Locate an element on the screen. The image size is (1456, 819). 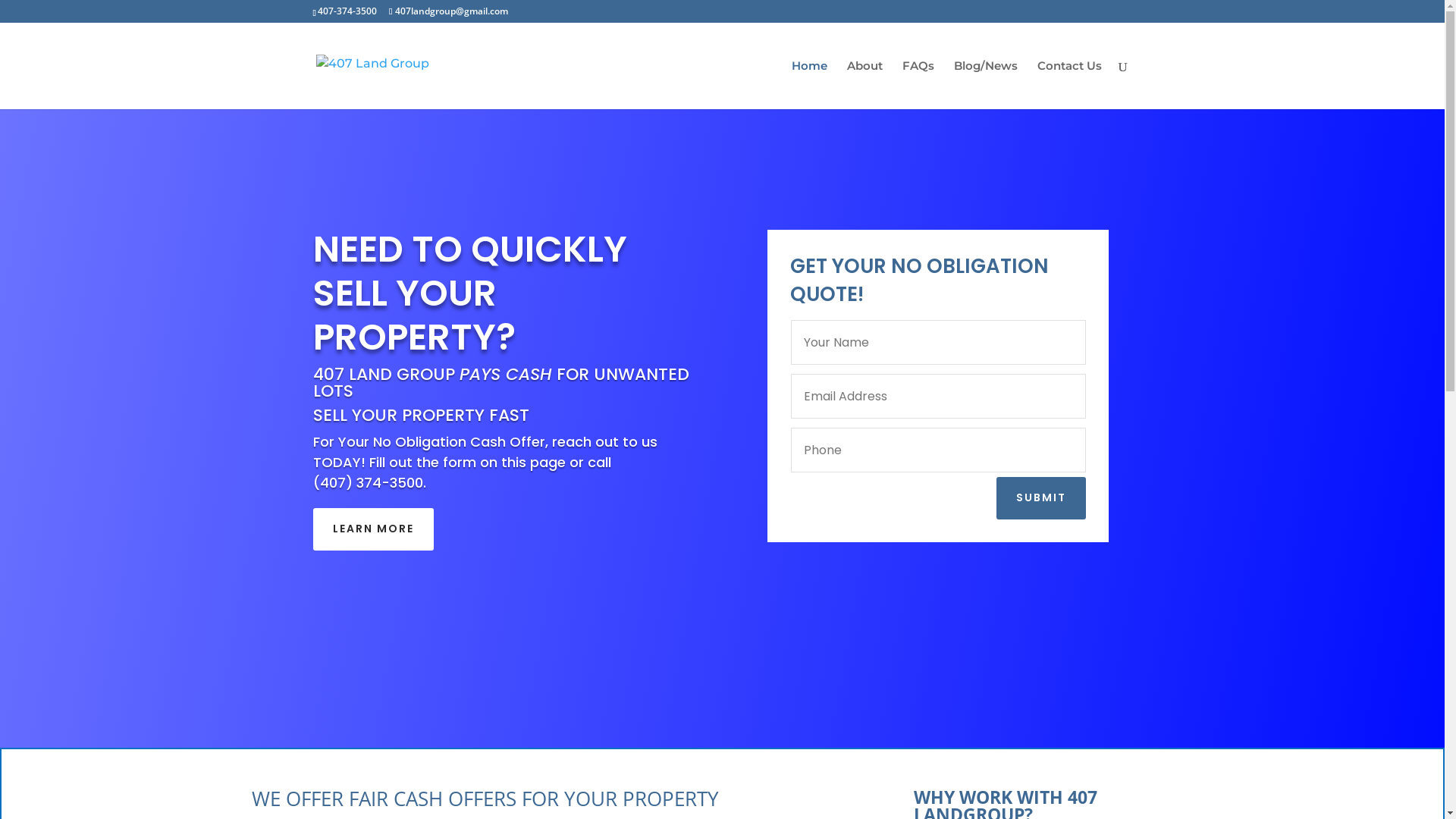
'SUBMIT' is located at coordinates (1040, 497).